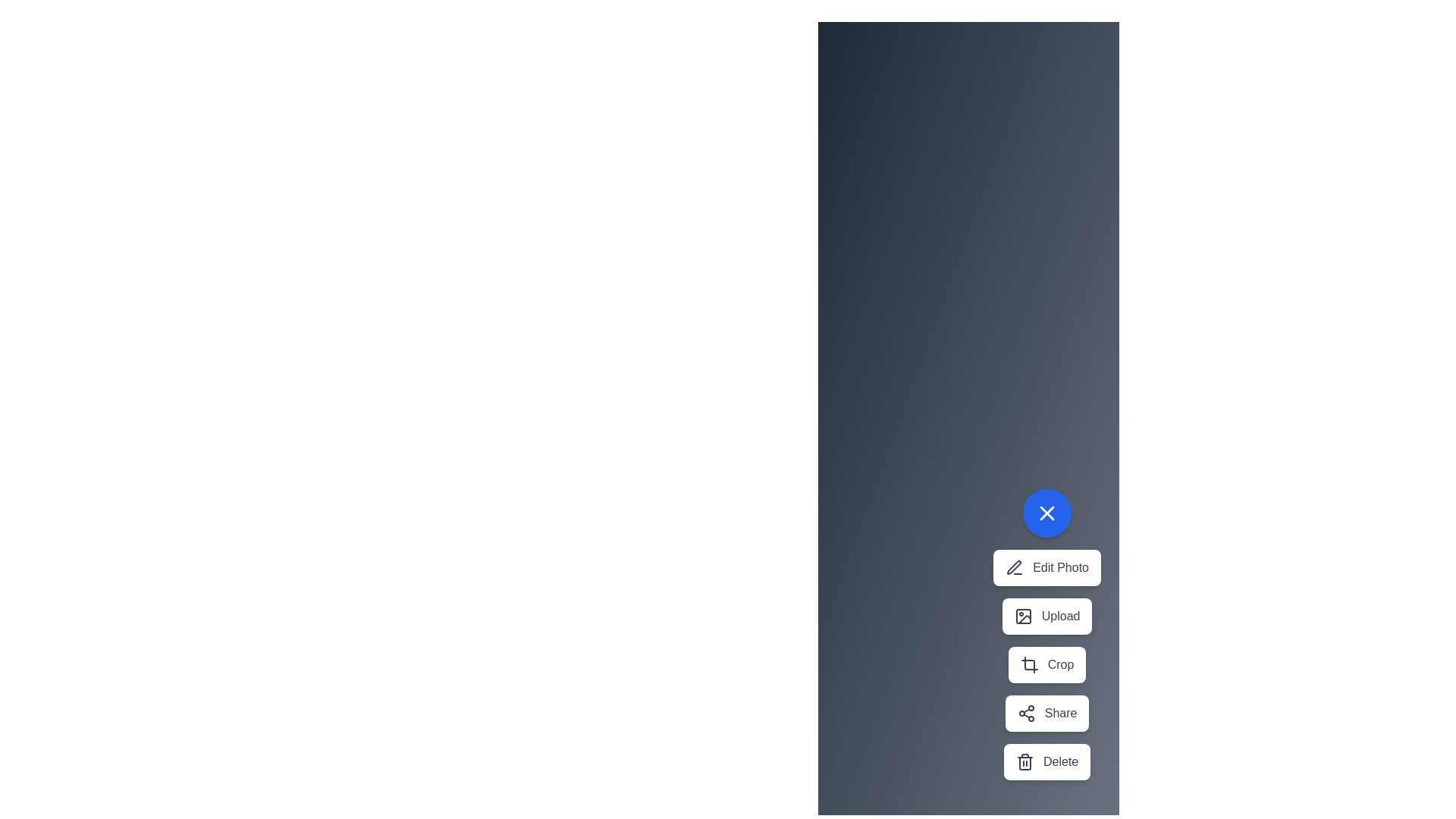 This screenshot has width=1456, height=819. Describe the element at coordinates (1046, 617) in the screenshot. I see `the Upload button in the speed dial menu` at that location.